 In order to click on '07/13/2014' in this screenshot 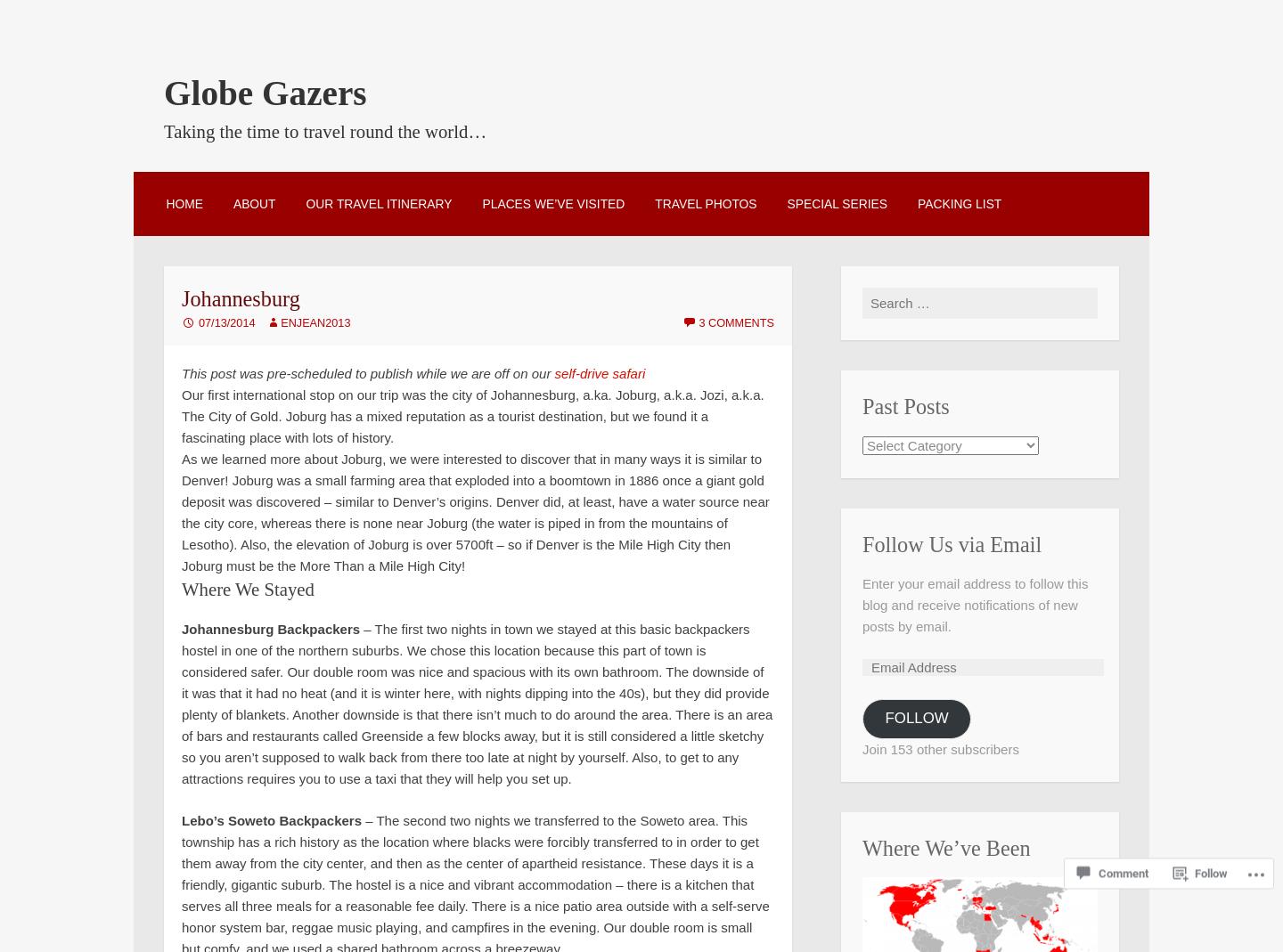, I will do `click(225, 323)`.